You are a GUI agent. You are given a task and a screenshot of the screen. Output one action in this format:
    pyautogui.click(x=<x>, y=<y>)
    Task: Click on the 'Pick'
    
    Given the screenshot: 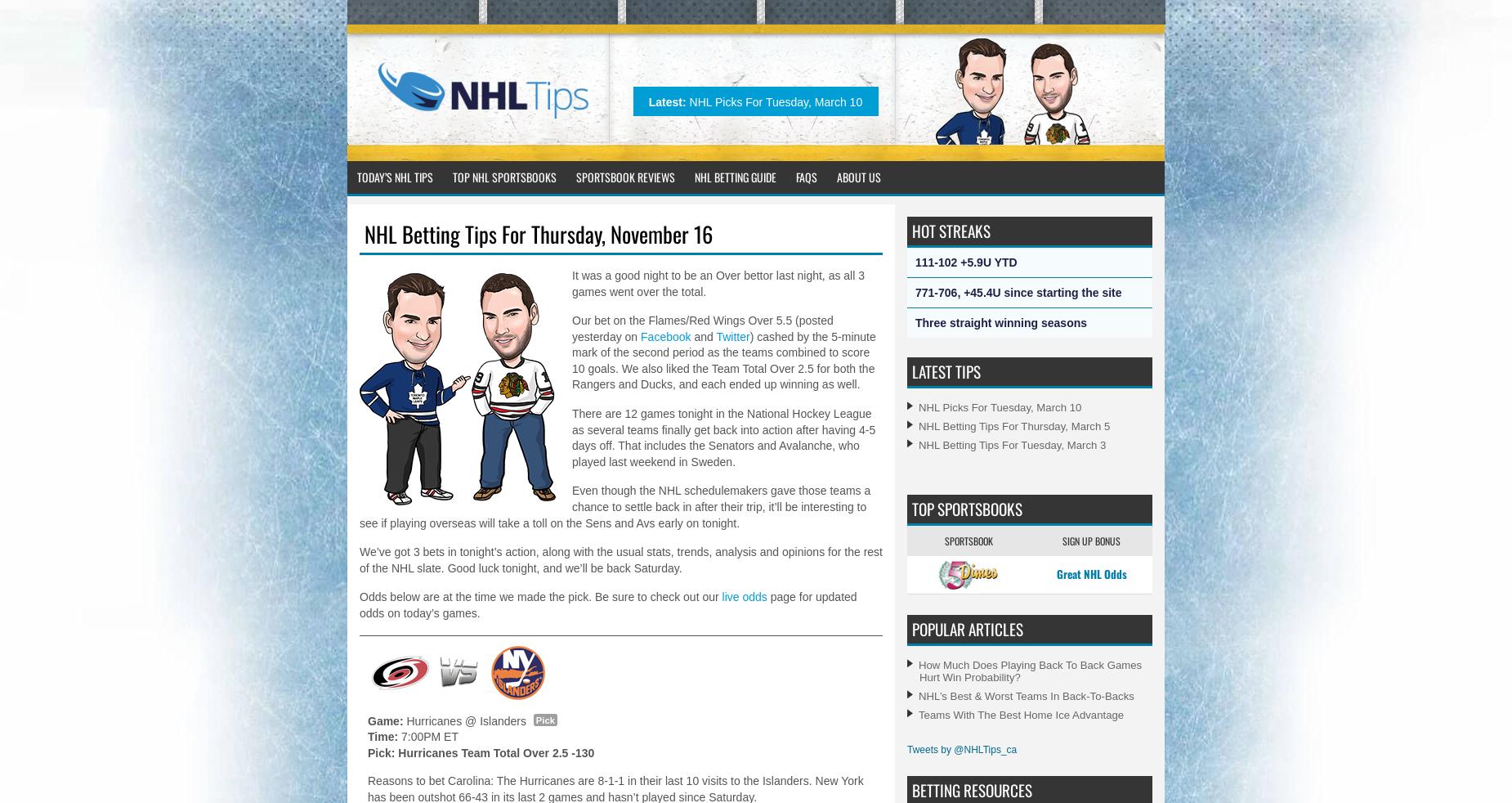 What is the action you would take?
    pyautogui.click(x=544, y=719)
    